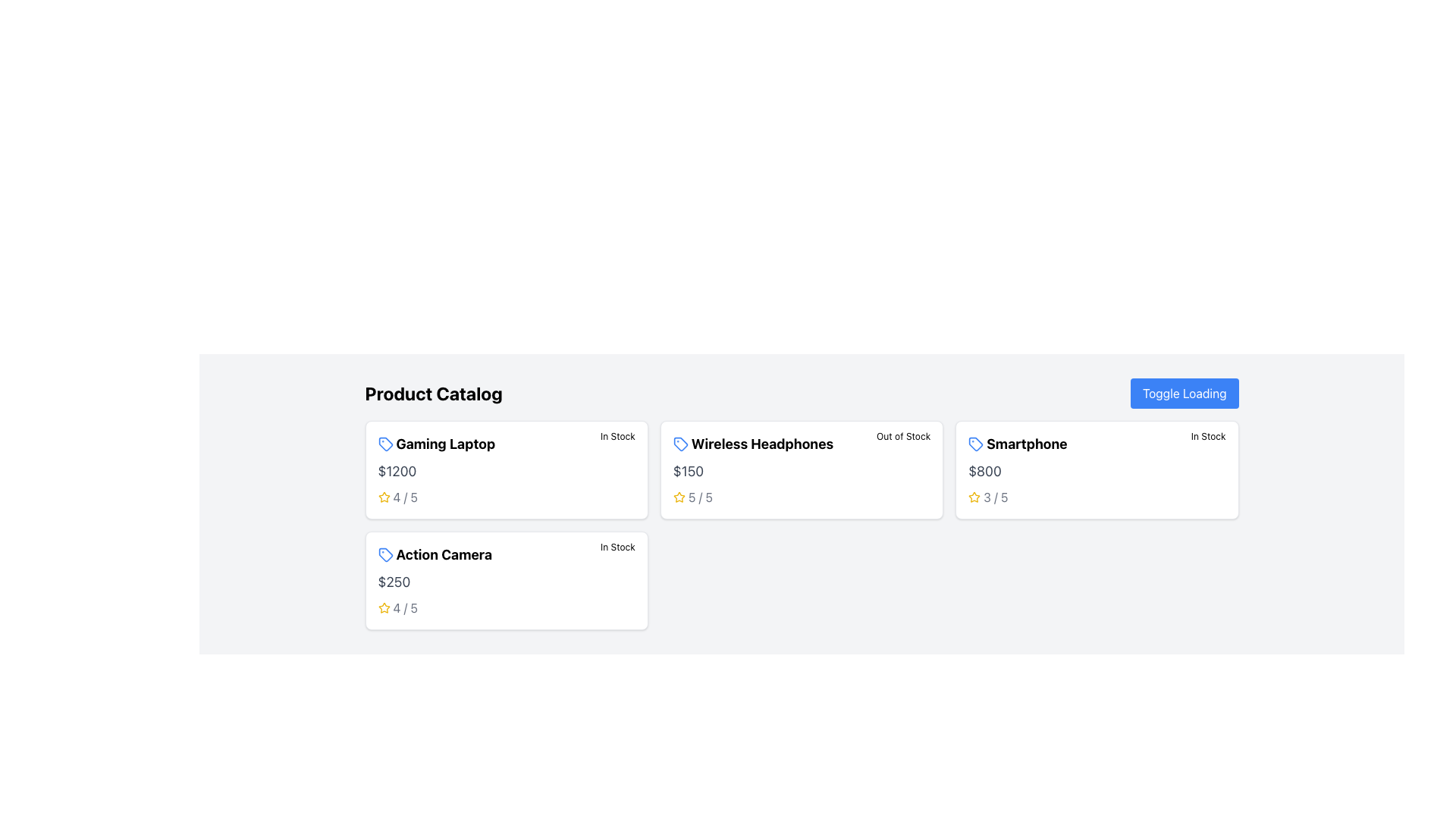 This screenshot has width=1456, height=819. What do you see at coordinates (397, 607) in the screenshot?
I see `the distinct Rating indicator featuring a yellow star icon and the rating '4 / 5' located in the lower left part of the 'Action Camera' product card` at bounding box center [397, 607].